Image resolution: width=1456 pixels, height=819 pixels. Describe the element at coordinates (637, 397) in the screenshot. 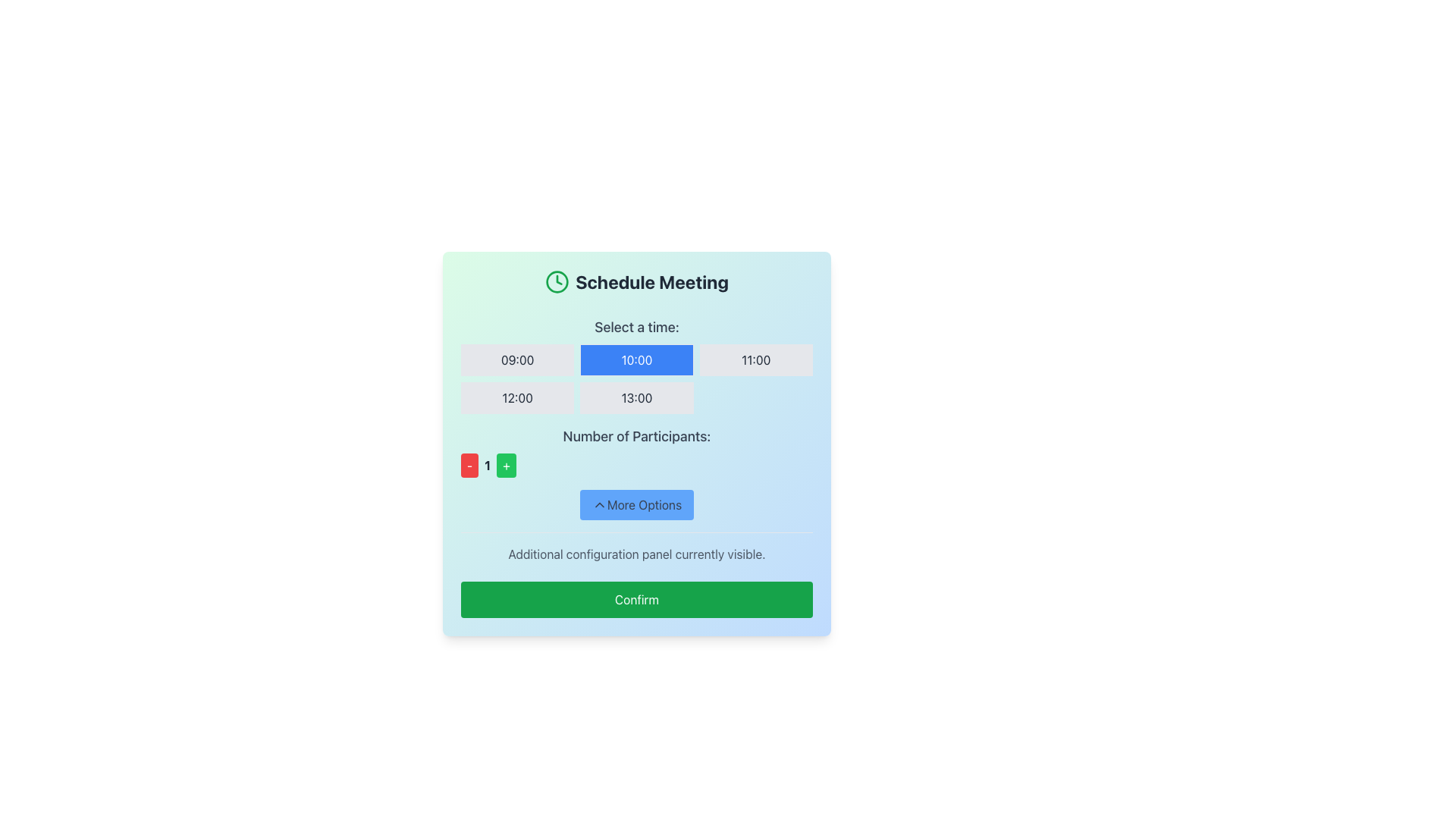

I see `the button displaying '13:00', which is located` at that location.